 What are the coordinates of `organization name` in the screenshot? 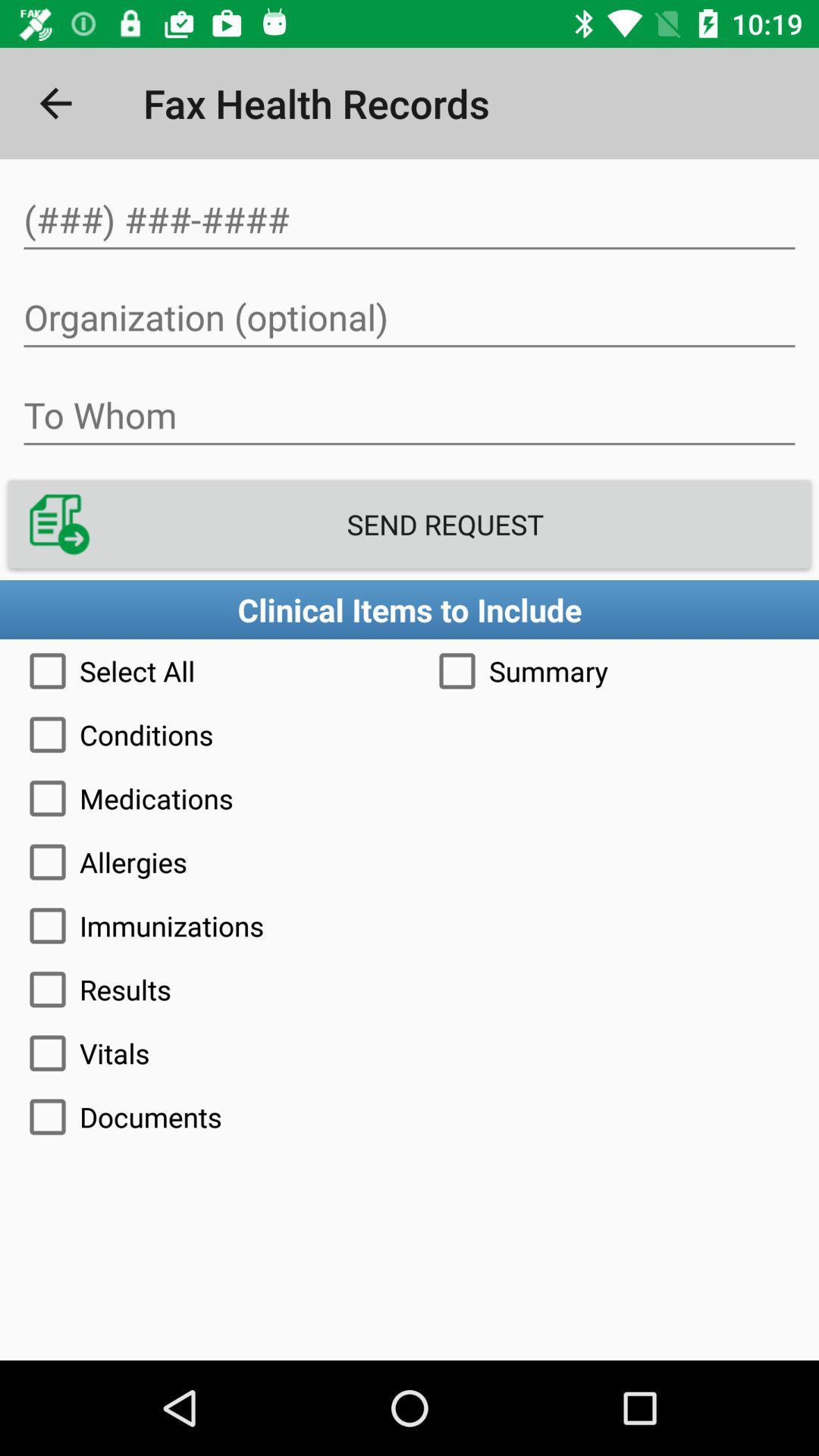 It's located at (409, 317).